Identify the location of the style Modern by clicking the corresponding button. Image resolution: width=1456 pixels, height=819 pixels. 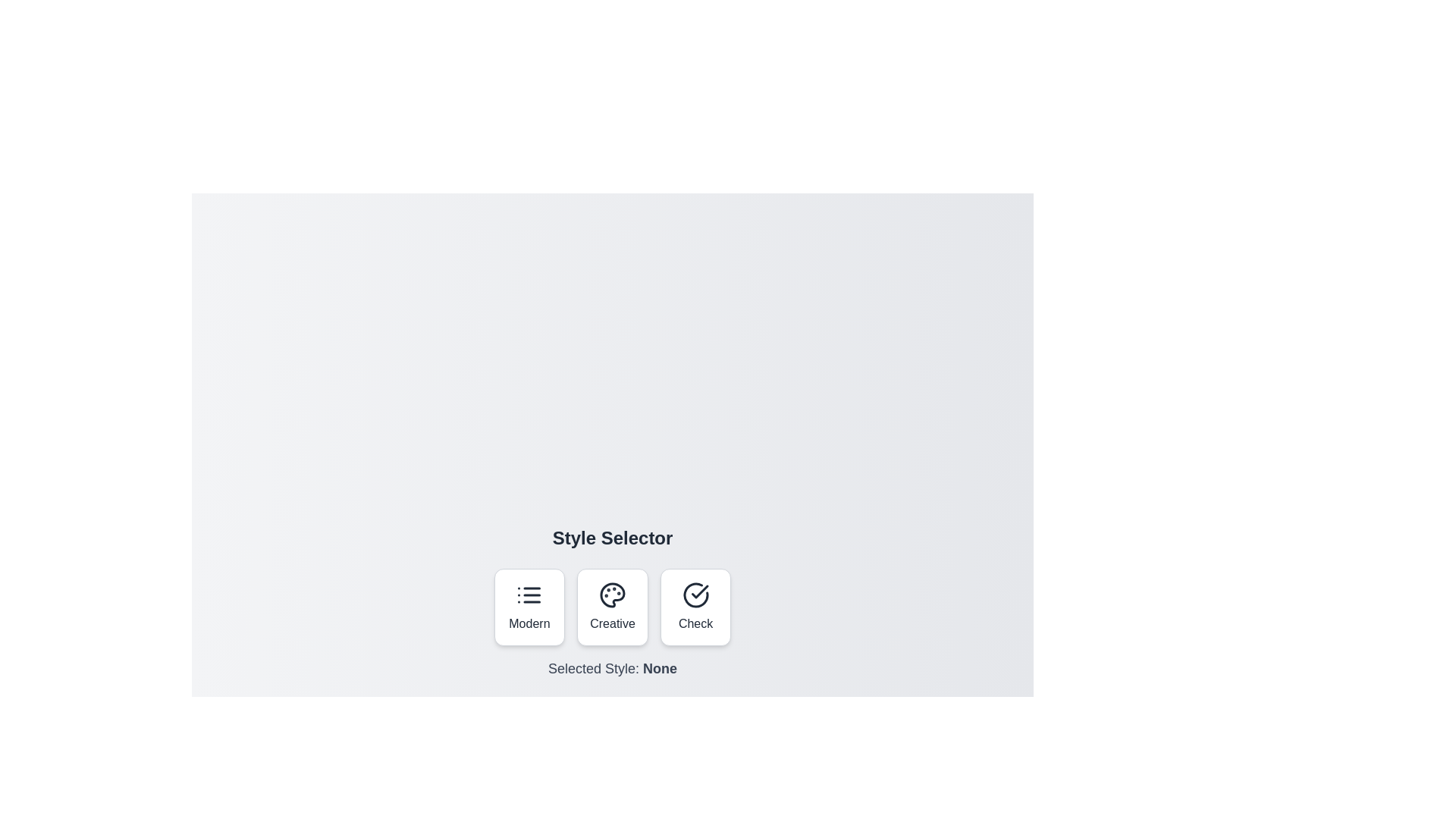
(529, 607).